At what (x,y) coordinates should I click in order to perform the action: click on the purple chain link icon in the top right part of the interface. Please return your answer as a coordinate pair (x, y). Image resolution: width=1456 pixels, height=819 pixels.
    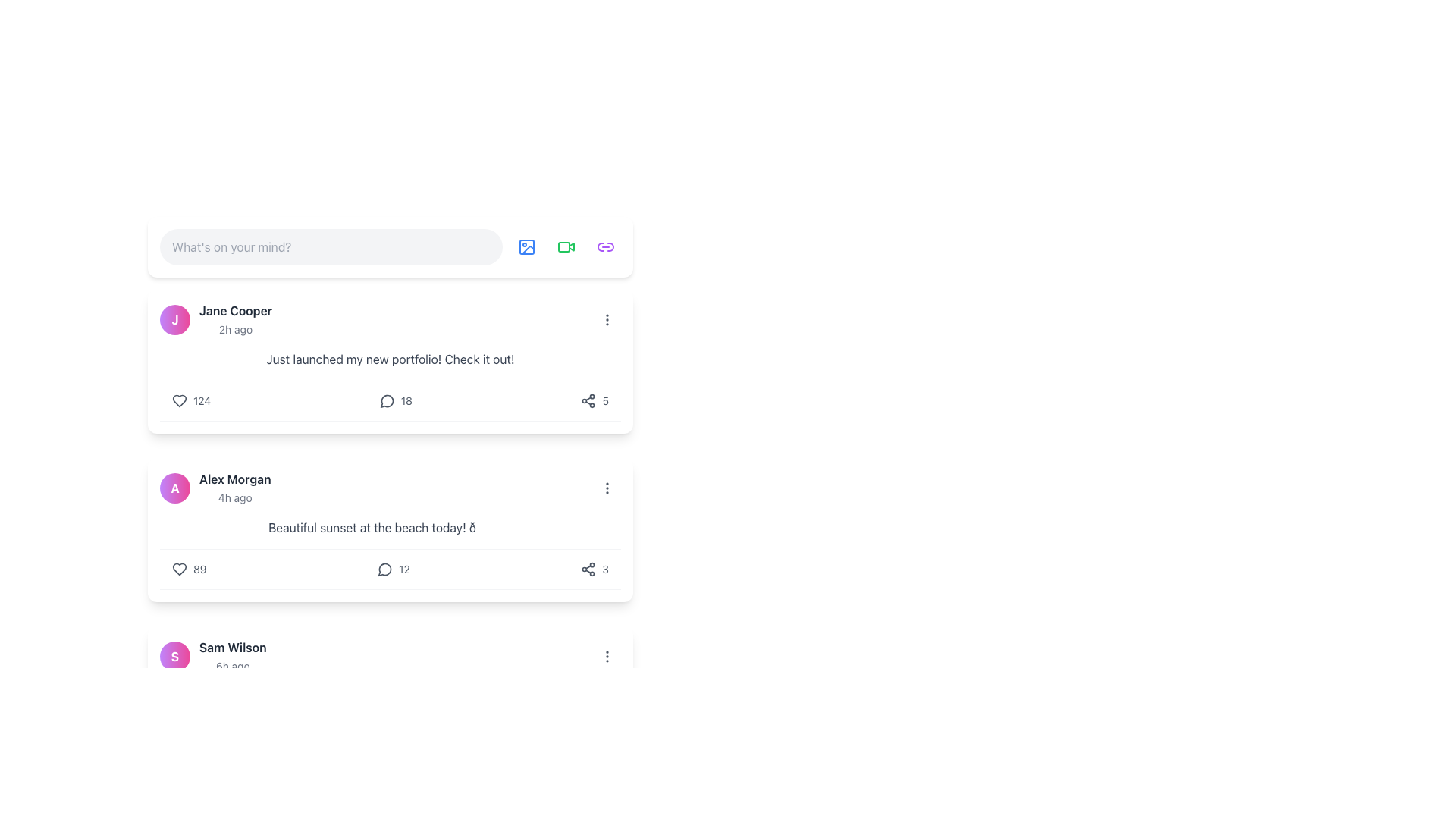
    Looking at the image, I should click on (604, 246).